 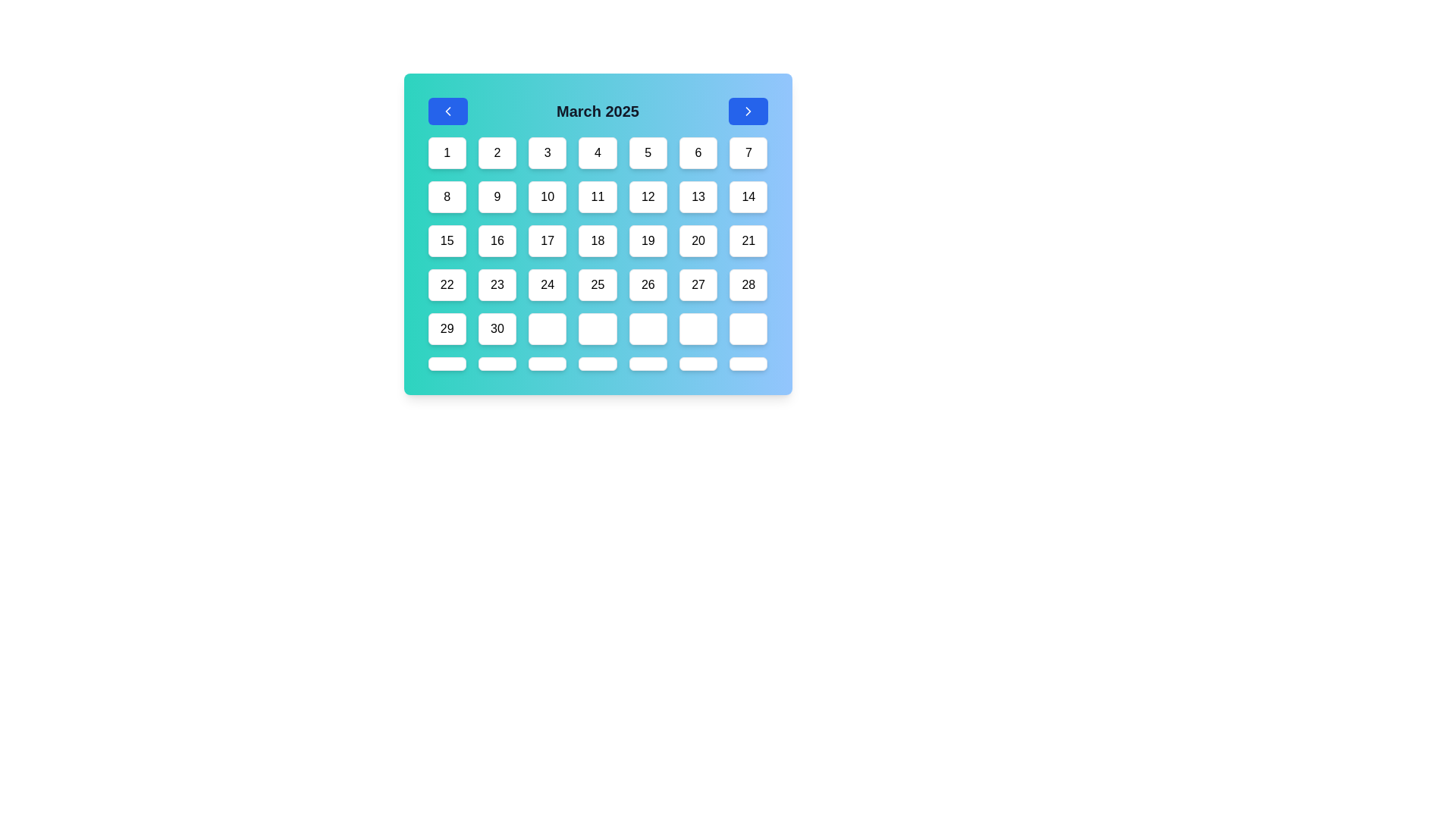 I want to click on the button representing the date '18' in the calendar for March 2025, so click(x=597, y=240).